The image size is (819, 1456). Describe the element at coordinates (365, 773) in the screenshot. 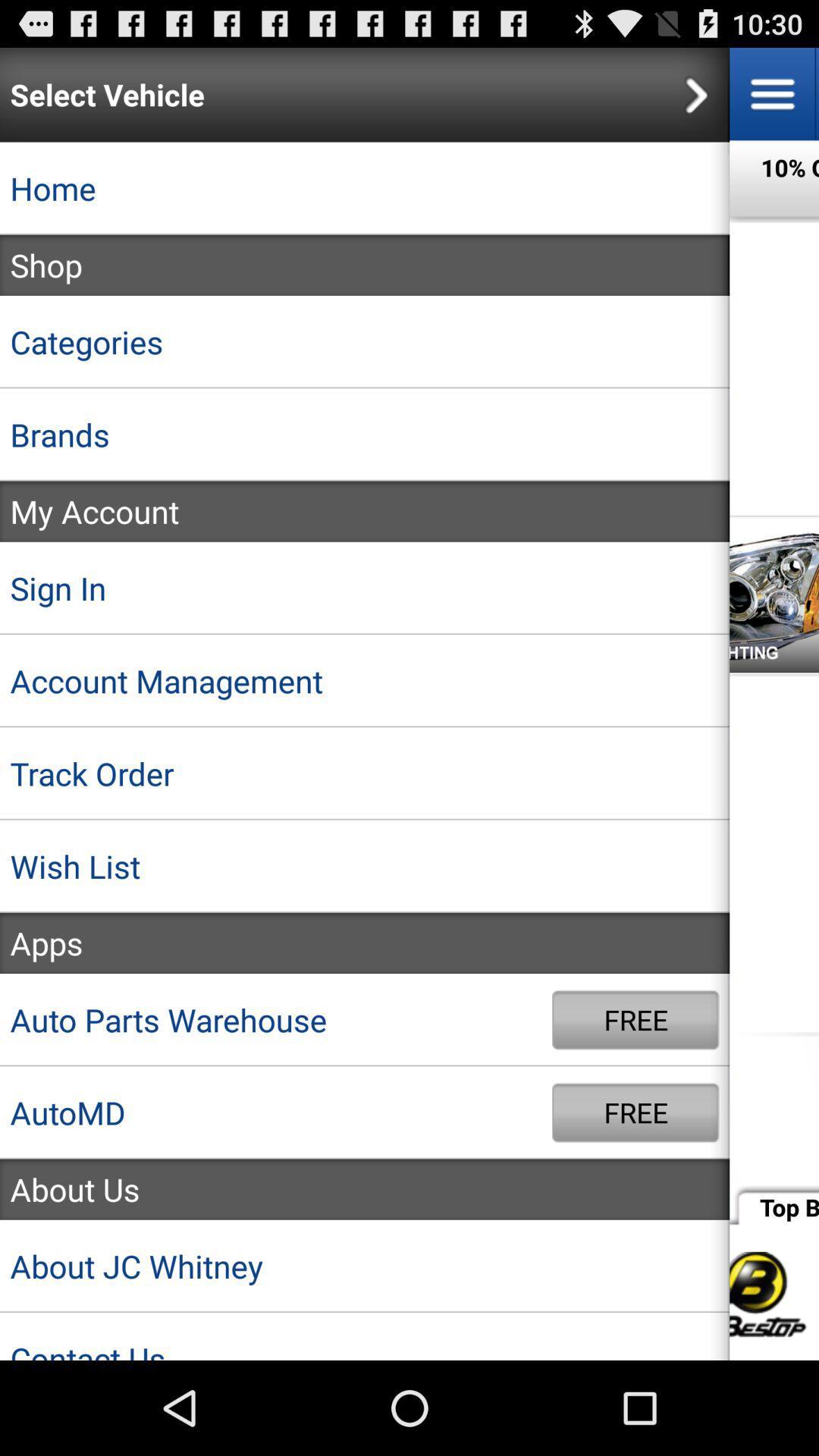

I see `track order` at that location.